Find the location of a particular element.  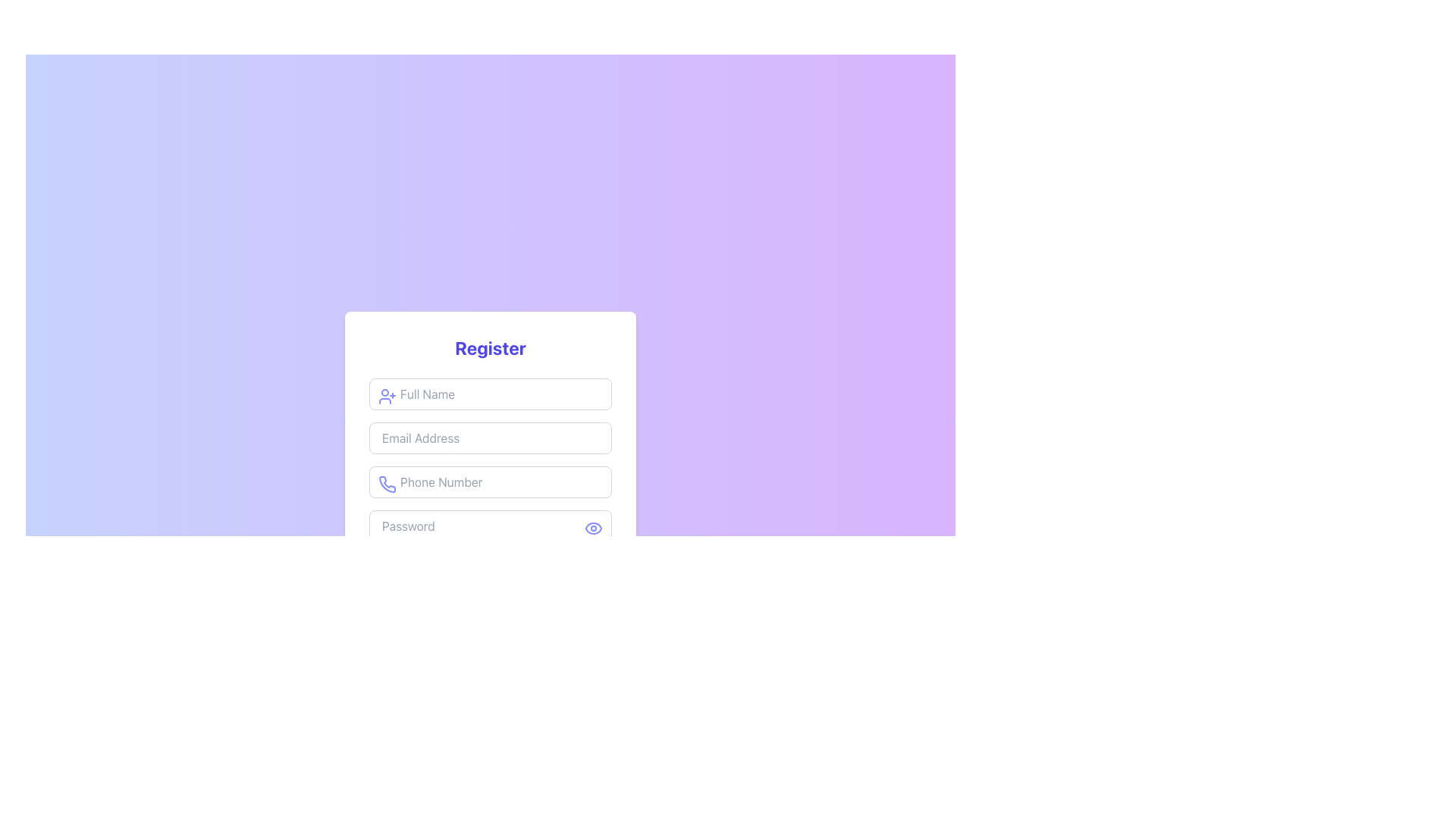

the phone number input field located below the 'Email Address' field and above the 'Password' field in the registration form is located at coordinates (491, 482).